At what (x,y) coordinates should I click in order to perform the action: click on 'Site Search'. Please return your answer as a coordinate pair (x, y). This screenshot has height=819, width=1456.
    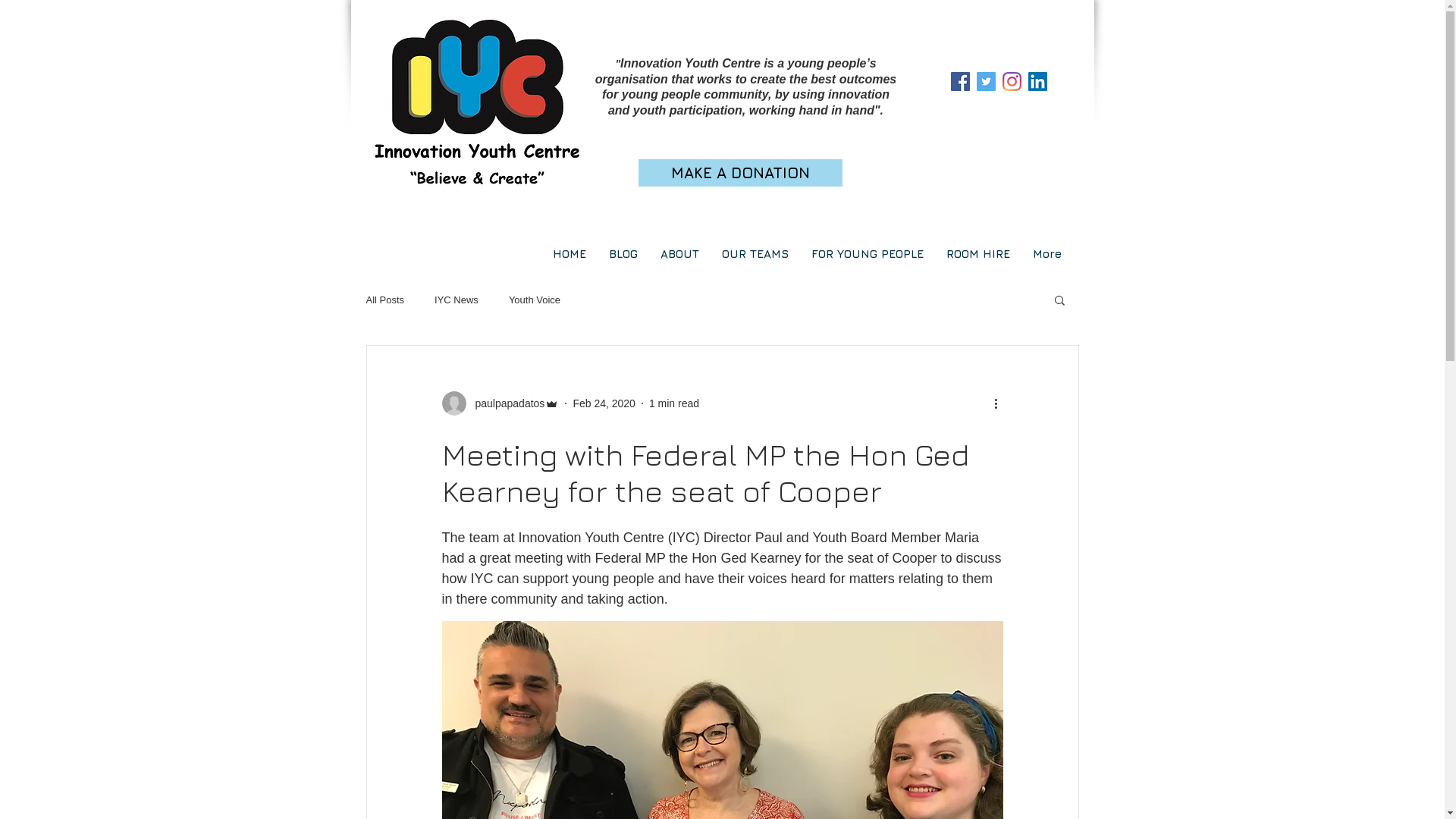
    Looking at the image, I should click on (1002, 171).